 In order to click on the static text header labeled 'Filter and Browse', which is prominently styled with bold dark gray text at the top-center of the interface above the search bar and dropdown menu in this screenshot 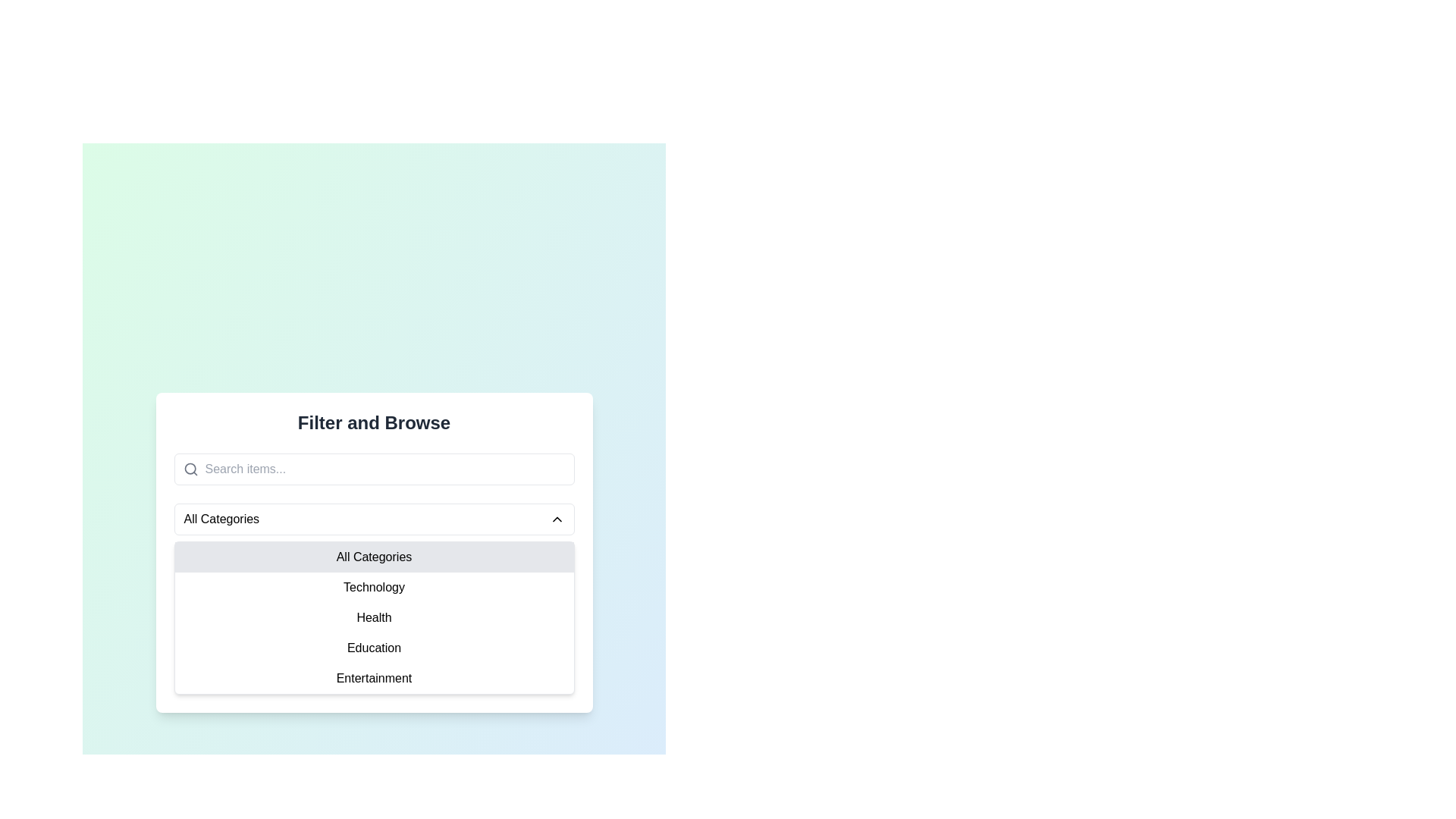, I will do `click(374, 423)`.